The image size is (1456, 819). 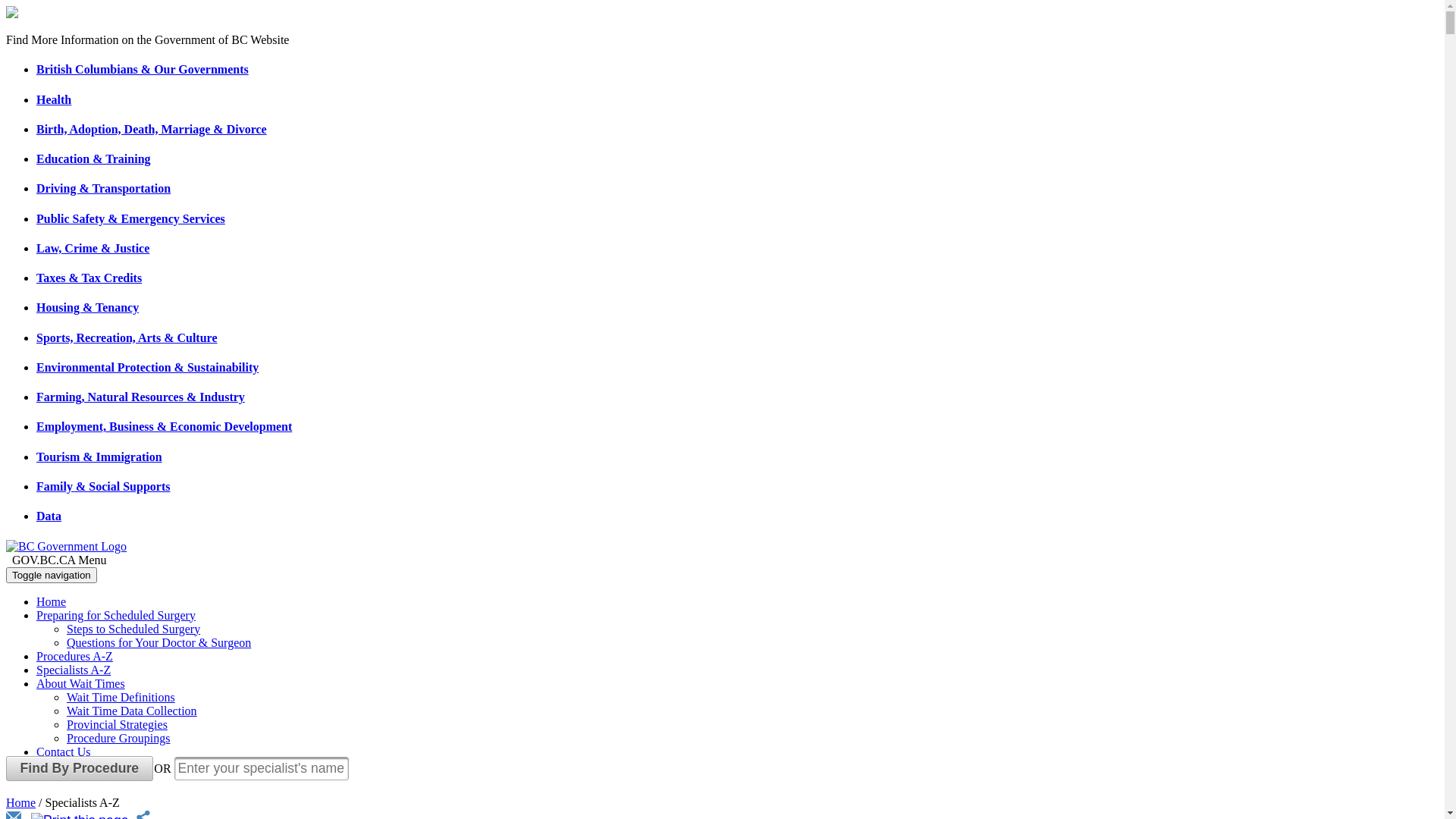 I want to click on 'About Wait Times', so click(x=36, y=683).